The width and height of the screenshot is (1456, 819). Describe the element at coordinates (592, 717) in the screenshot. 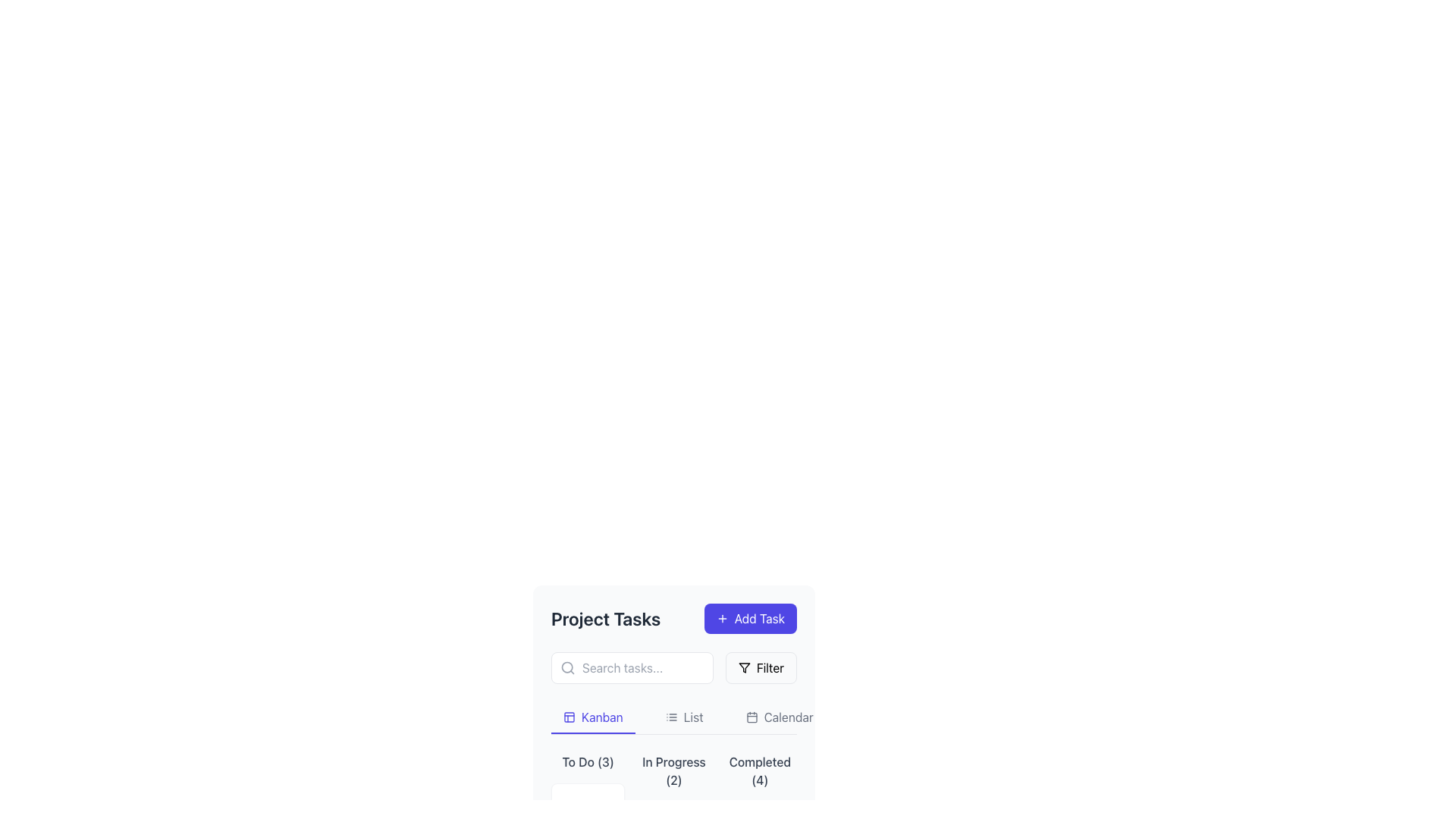

I see `the 'Kanban' button, which is the first tab in the 'Project Tasks' section, styled in indigo with an active selection underline` at that location.